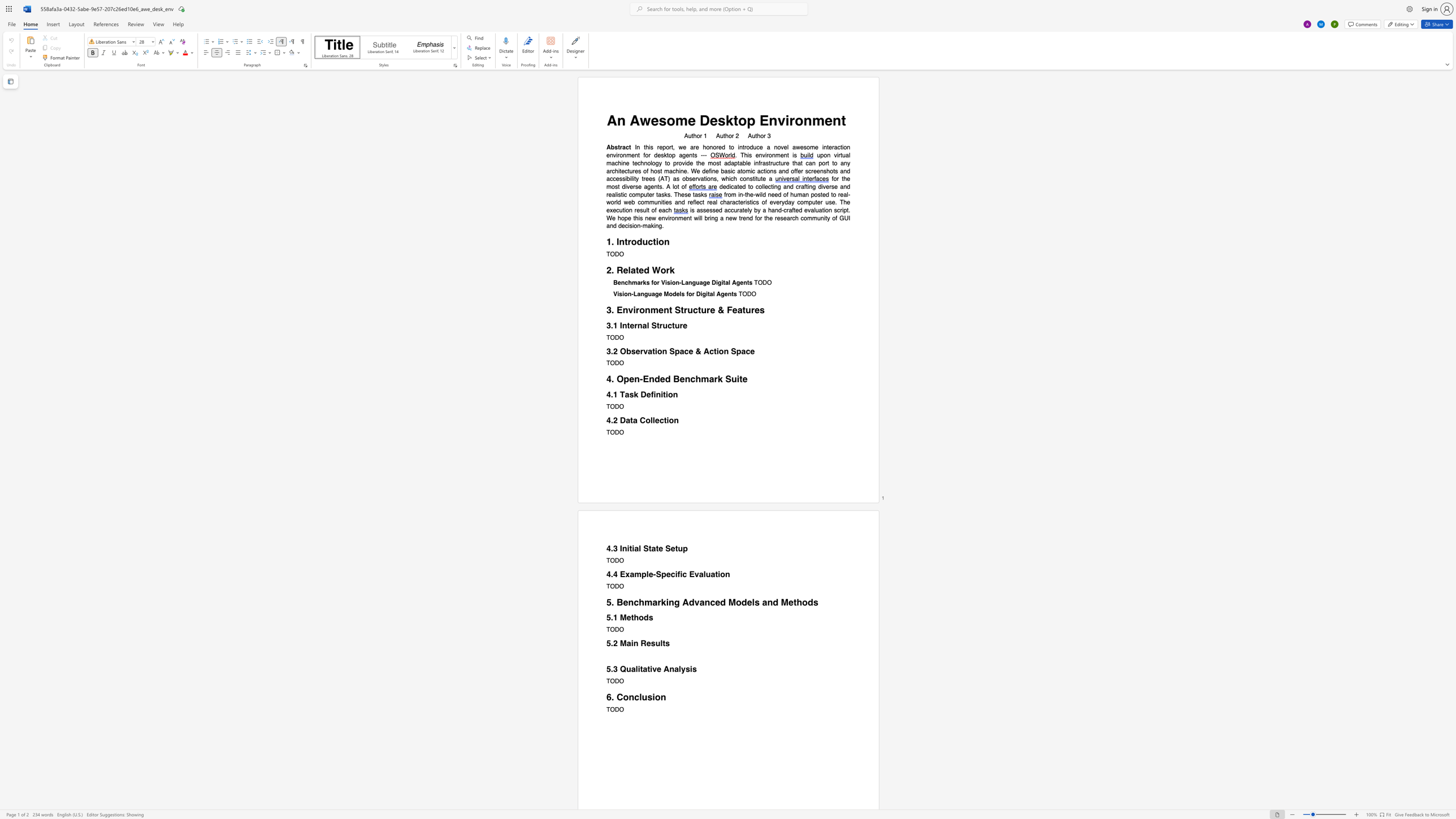  I want to click on the space between the continuous character "a" and "t" in the text, so click(635, 270).